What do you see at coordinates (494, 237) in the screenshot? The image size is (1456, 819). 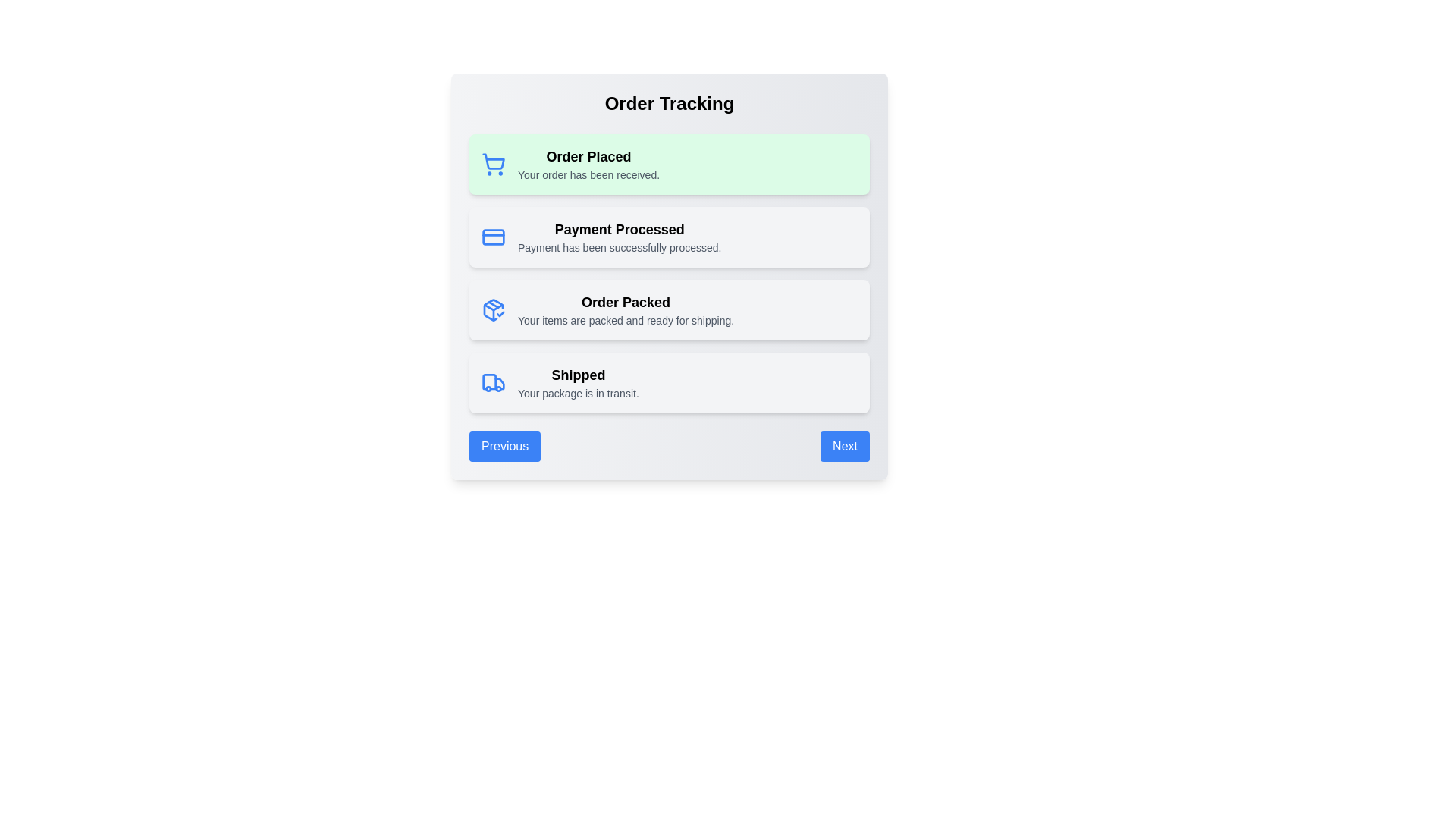 I see `the payment processed icon located to the left of the 'Payment Processed' text in the order tracking interface` at bounding box center [494, 237].